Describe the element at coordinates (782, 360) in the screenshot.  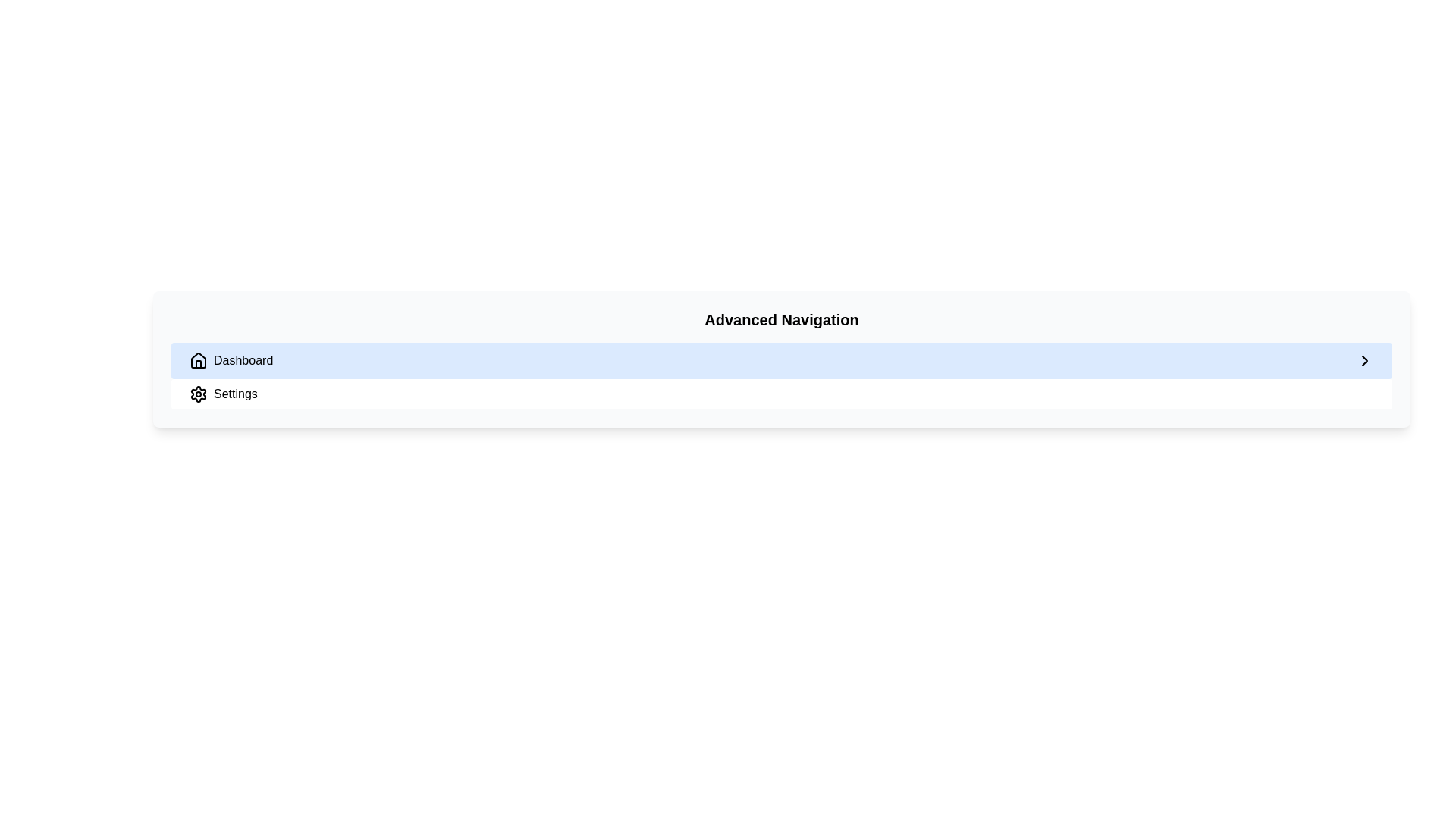
I see `the first Navigation Menu Item labeled 'Dashboard'` at that location.